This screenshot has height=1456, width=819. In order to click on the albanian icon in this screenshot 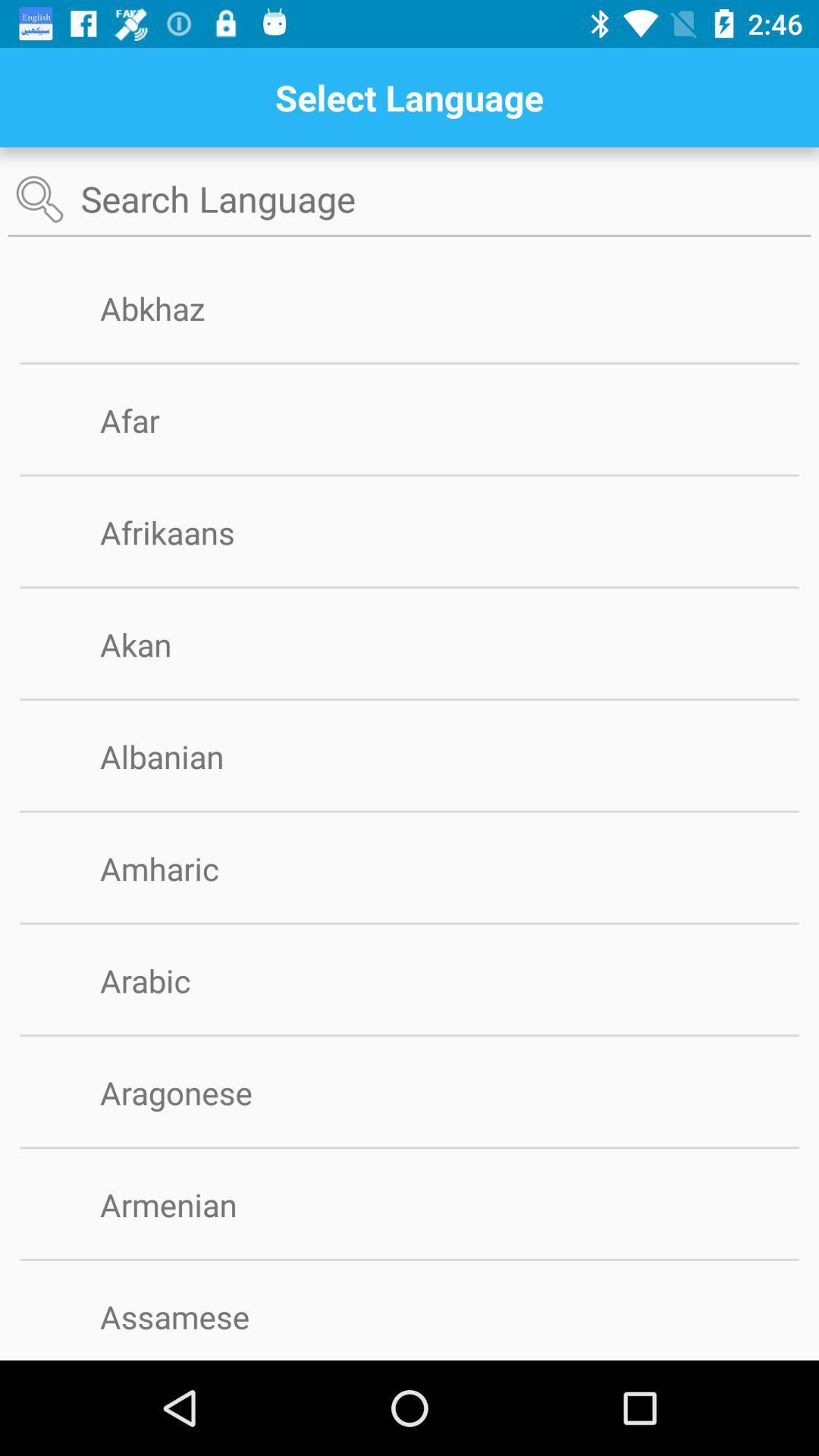, I will do `click(186, 756)`.